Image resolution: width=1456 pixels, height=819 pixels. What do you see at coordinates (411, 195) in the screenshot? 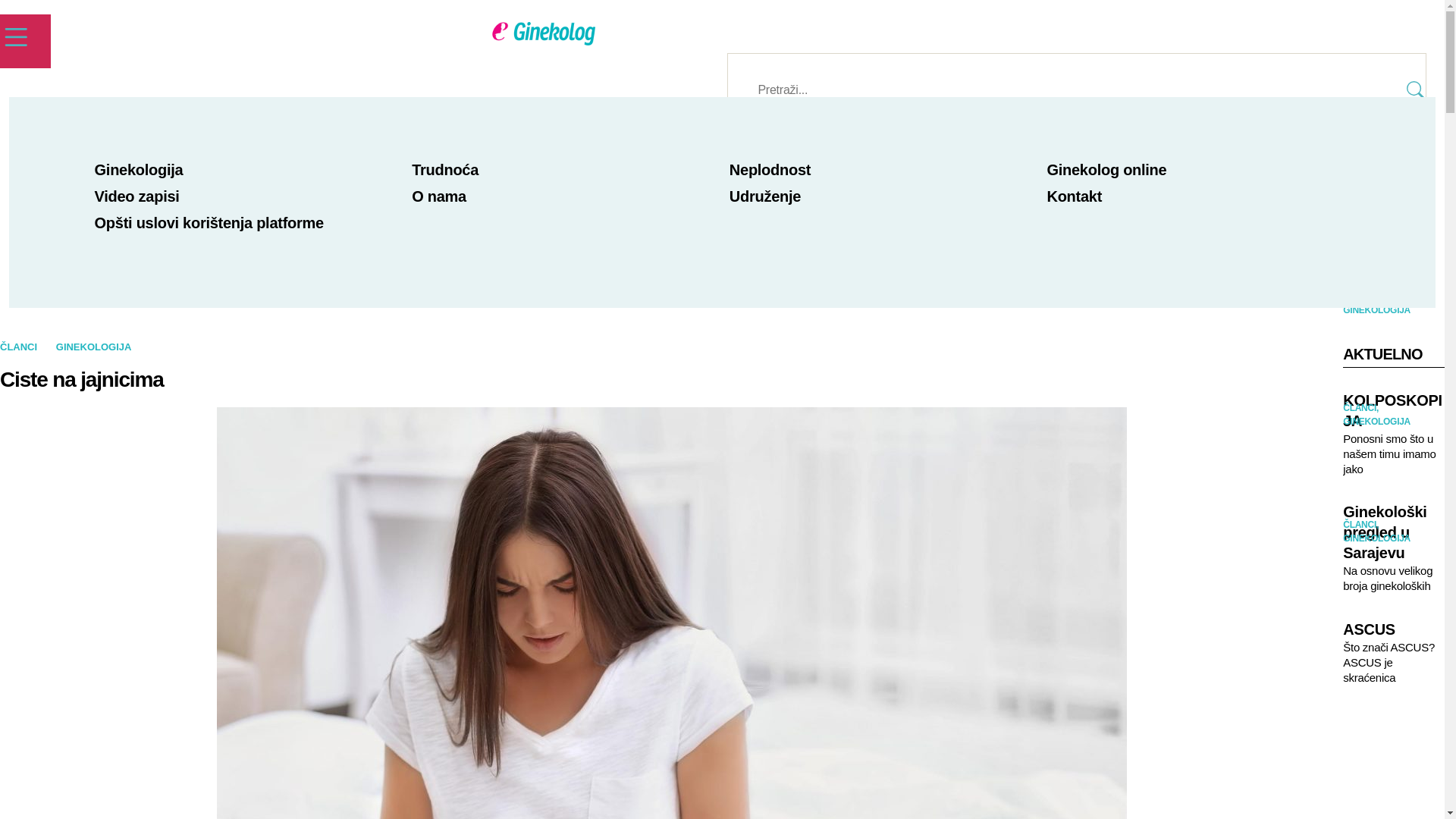
I see `'O nama'` at bounding box center [411, 195].